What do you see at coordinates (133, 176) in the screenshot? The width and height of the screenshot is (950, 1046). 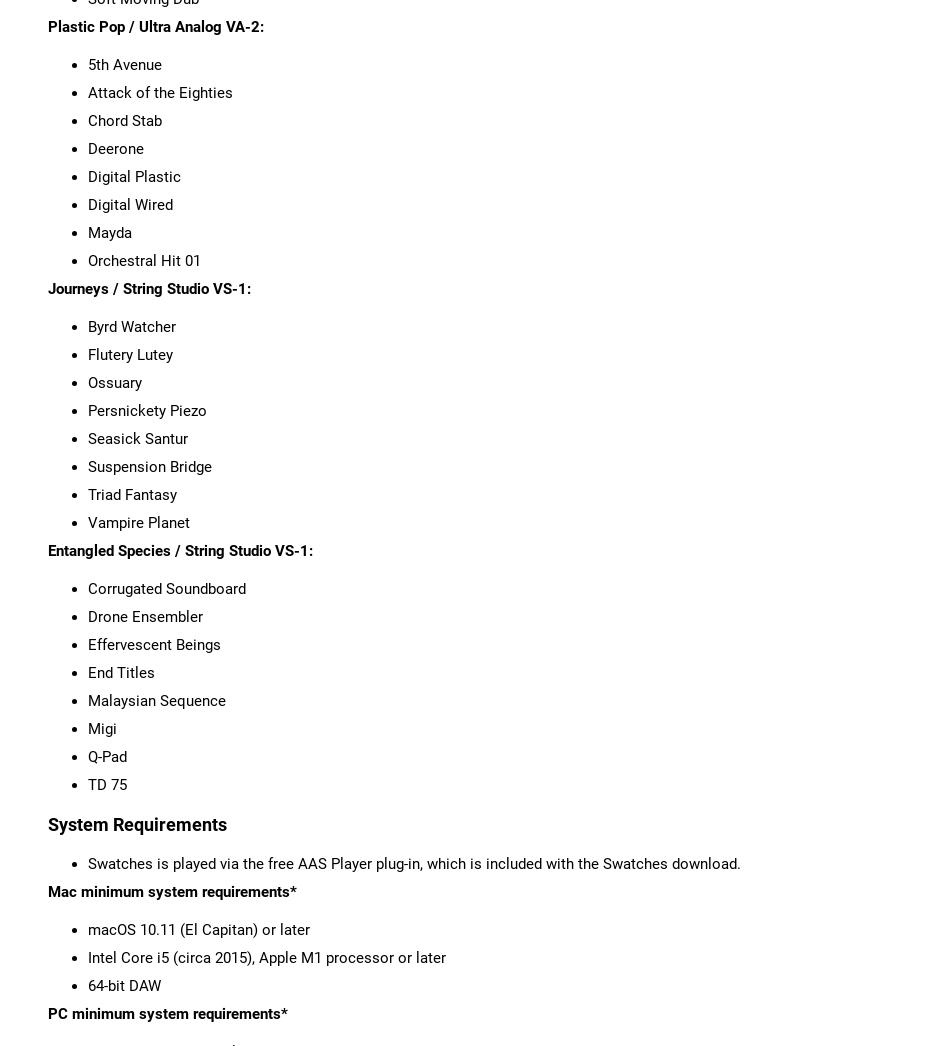 I see `'Digital Plastic'` at bounding box center [133, 176].